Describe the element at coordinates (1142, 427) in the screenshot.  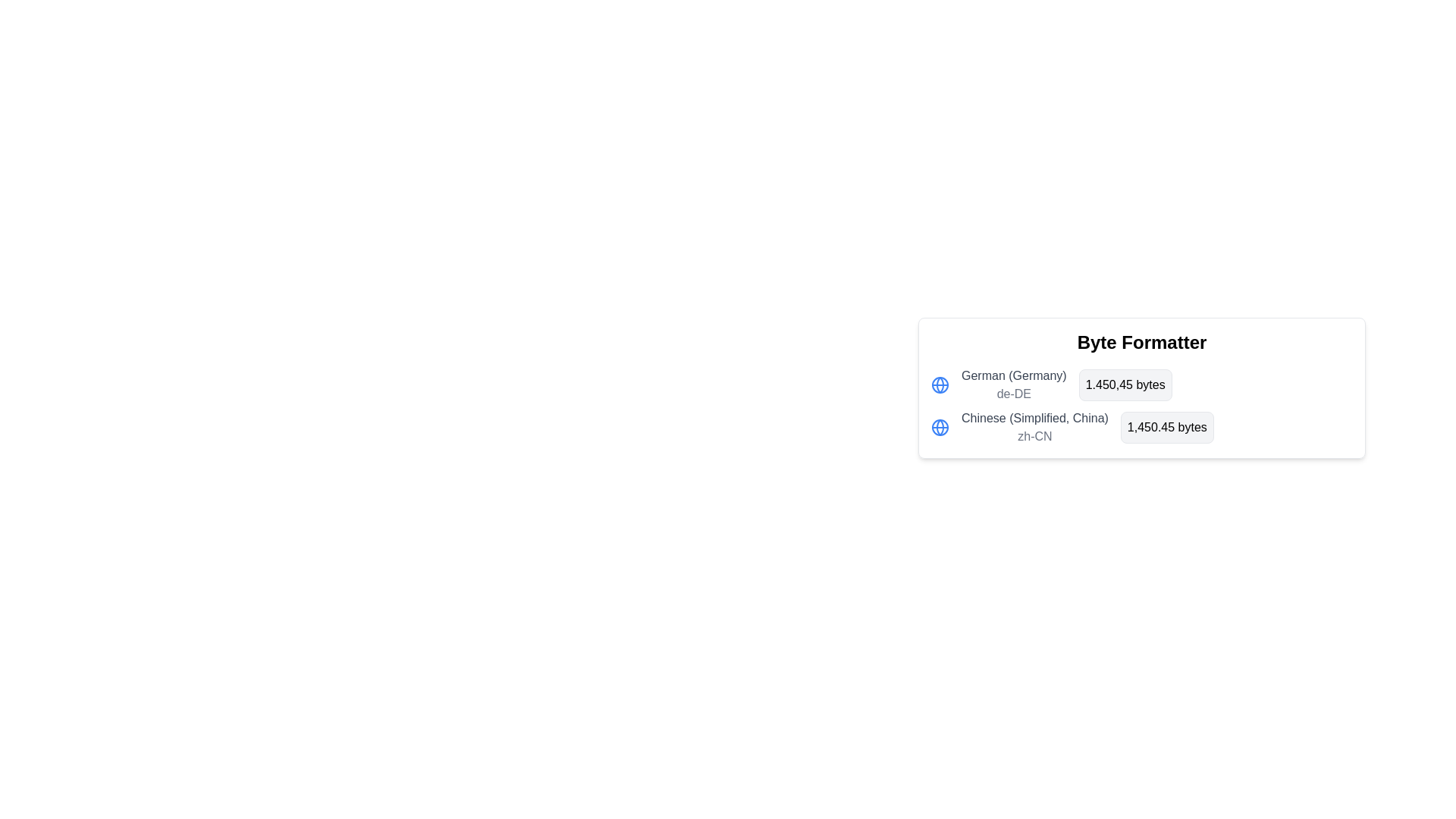
I see `the list item displaying information about 'Chinese (Simplified, China)'` at that location.